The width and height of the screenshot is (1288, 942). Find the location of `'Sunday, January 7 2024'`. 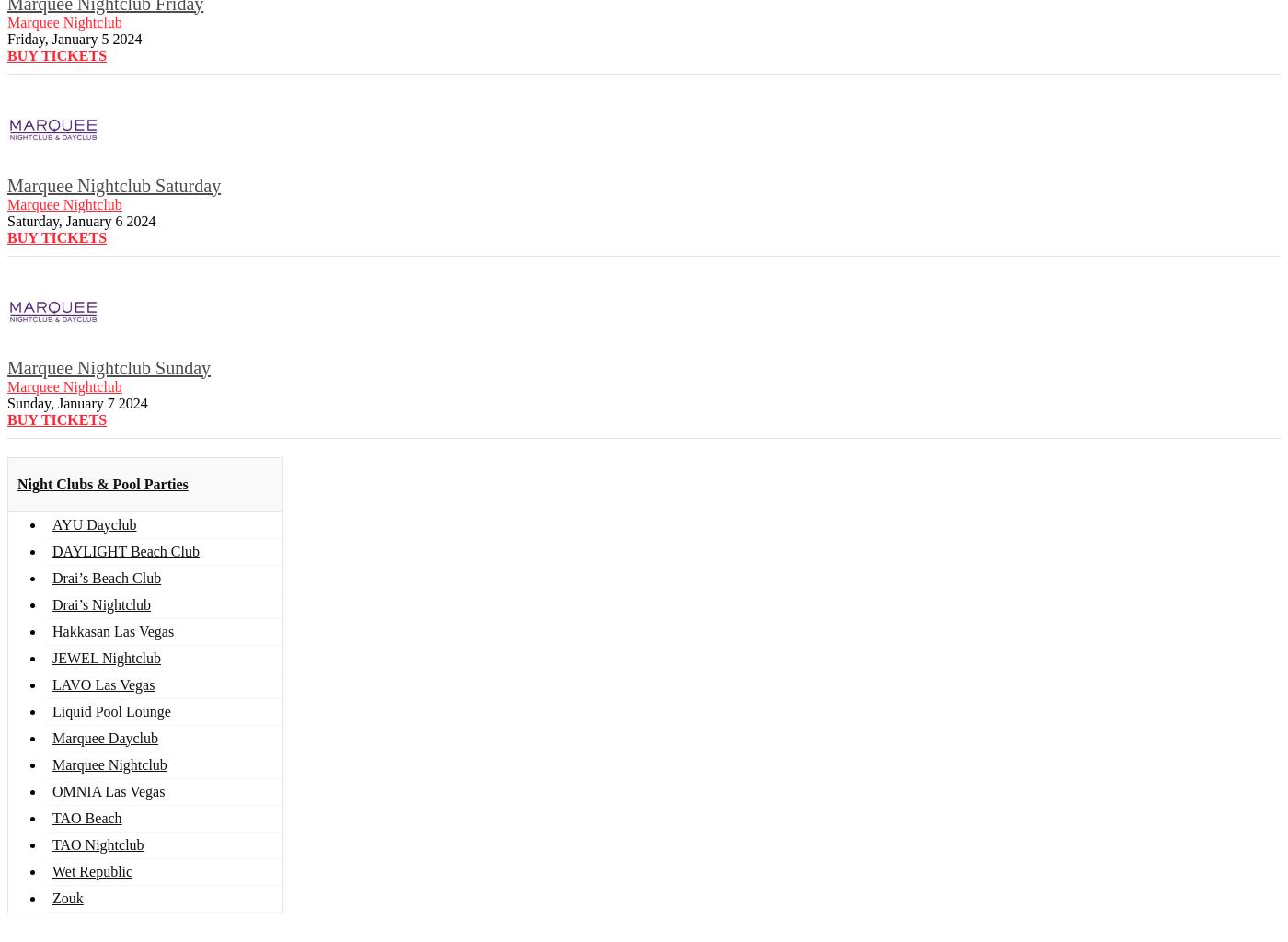

'Sunday, January 7 2024' is located at coordinates (77, 402).